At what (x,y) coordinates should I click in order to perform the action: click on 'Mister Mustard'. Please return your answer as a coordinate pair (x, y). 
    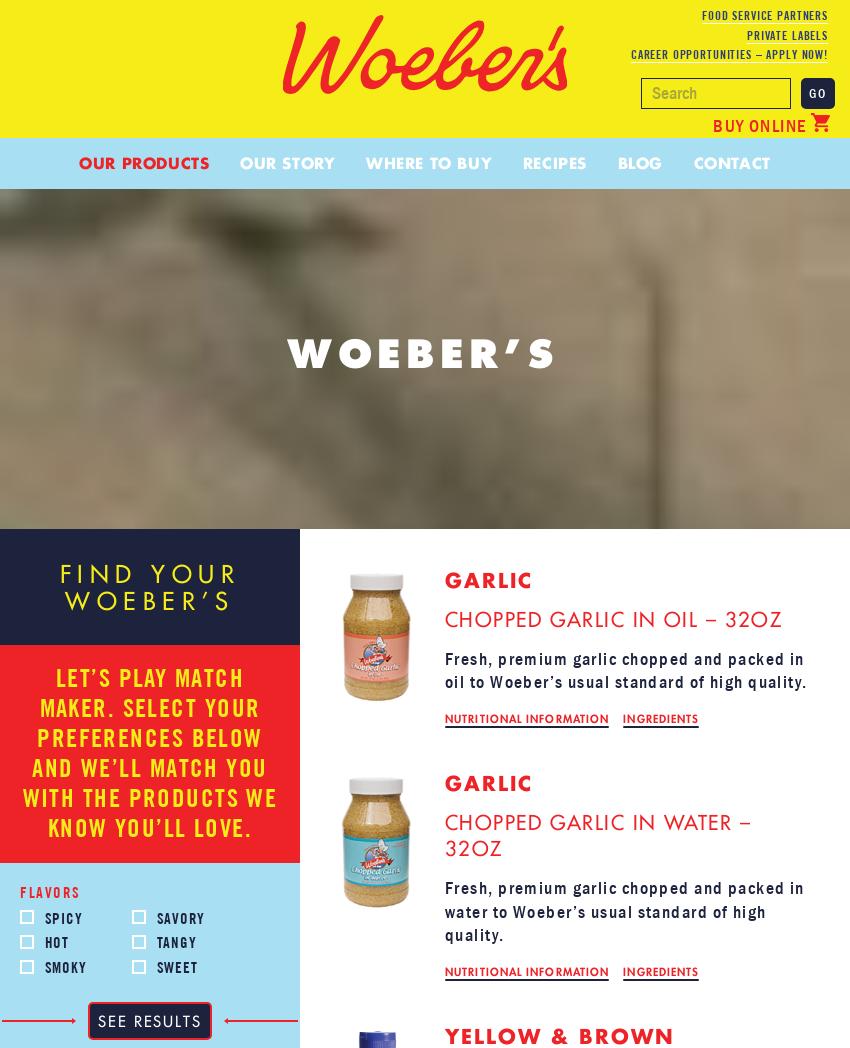
    Looking at the image, I should click on (345, 459).